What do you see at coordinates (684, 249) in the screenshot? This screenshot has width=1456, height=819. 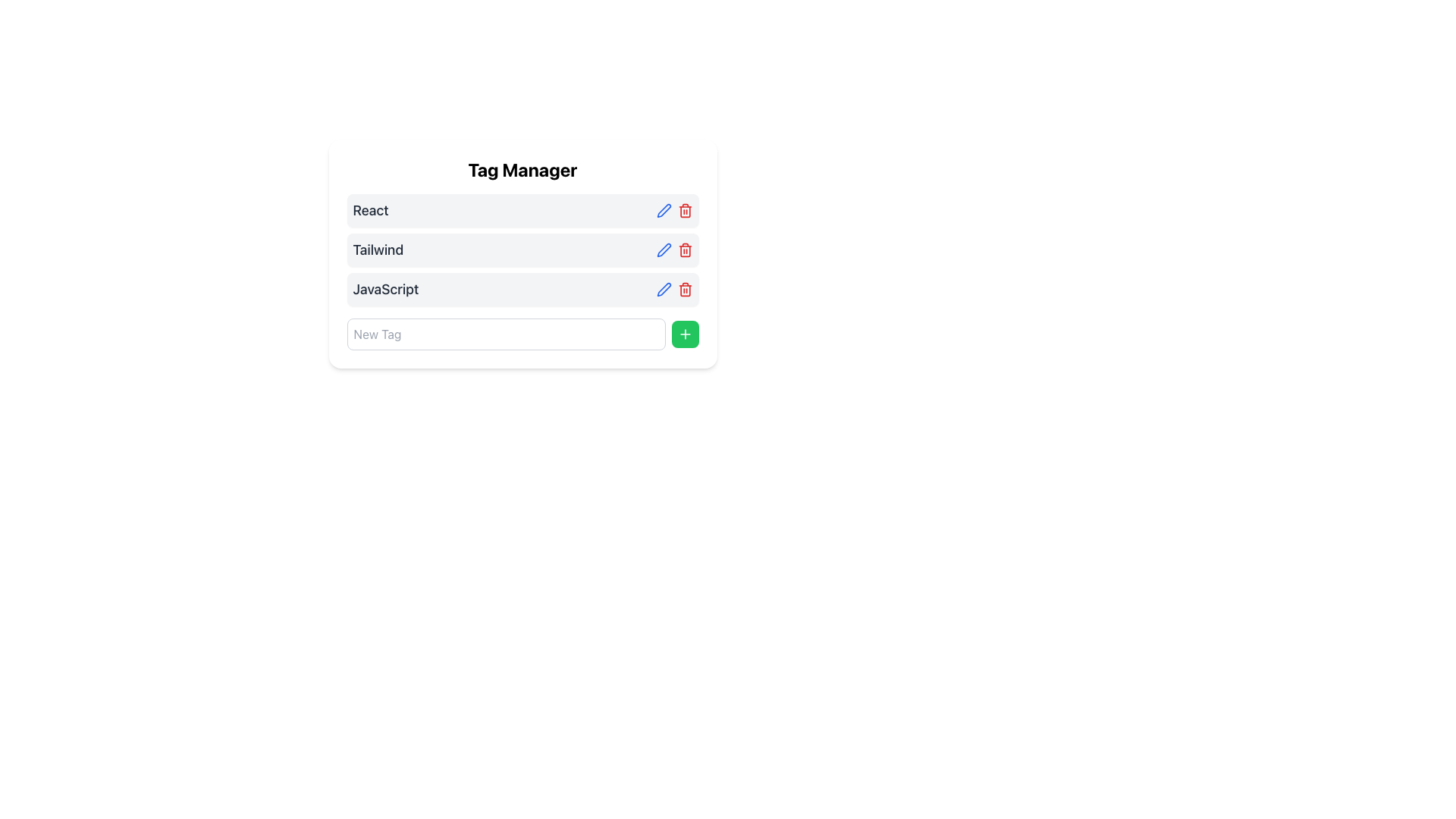 I see `the delete button located to the right of the blue pencil icon in the second row of the list` at bounding box center [684, 249].